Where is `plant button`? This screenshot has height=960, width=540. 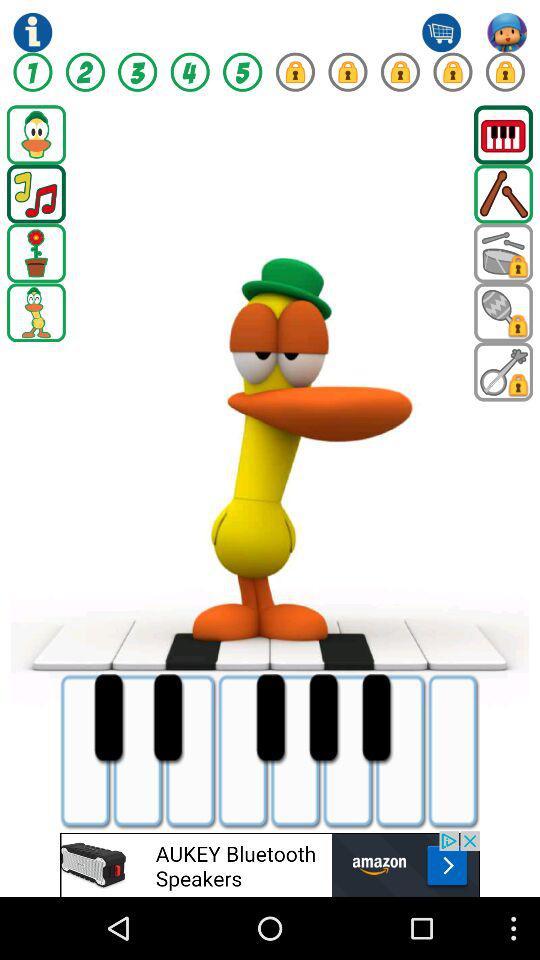 plant button is located at coordinates (36, 252).